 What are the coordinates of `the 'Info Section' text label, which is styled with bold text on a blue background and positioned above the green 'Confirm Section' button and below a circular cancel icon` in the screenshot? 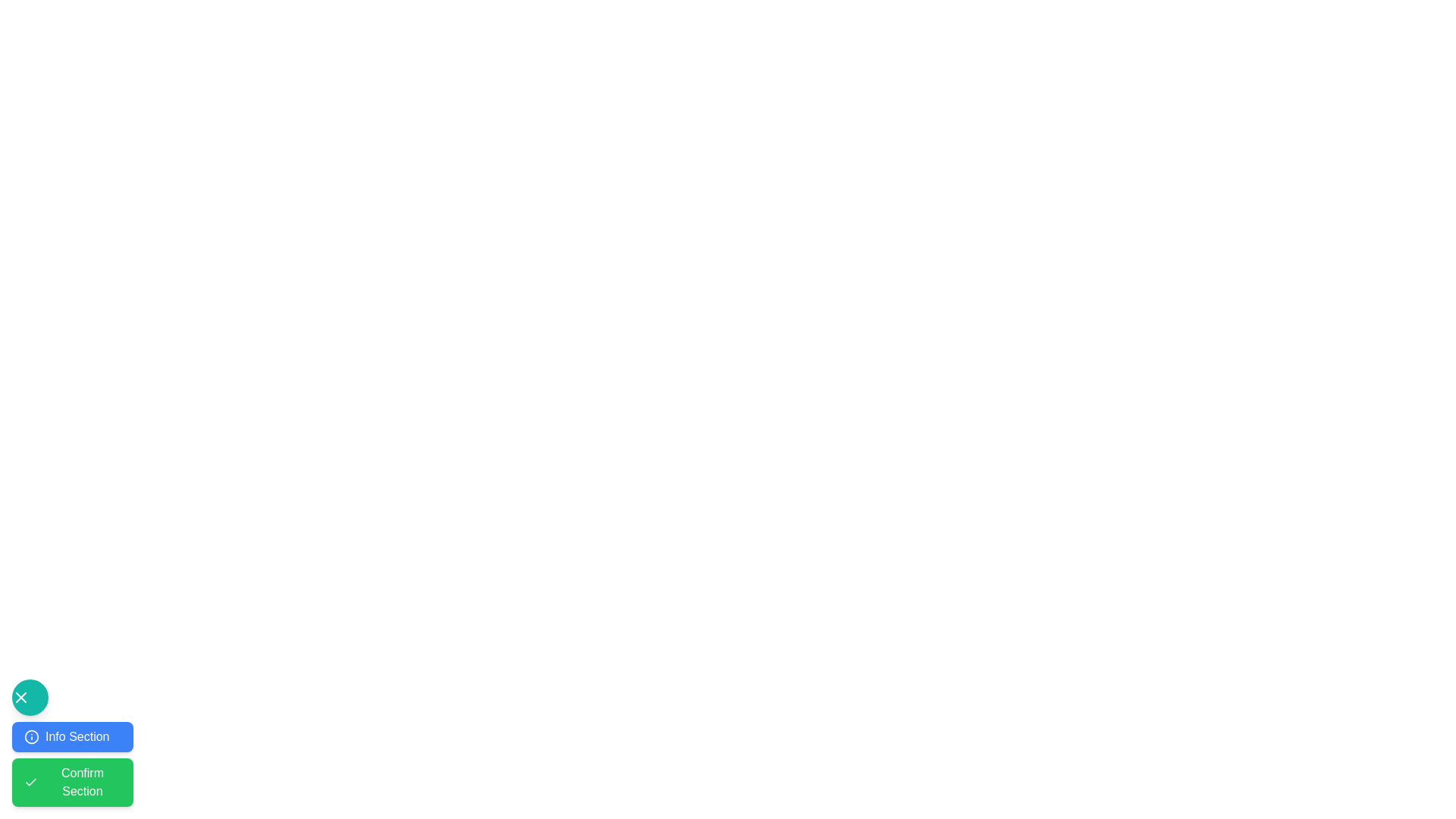 It's located at (77, 736).